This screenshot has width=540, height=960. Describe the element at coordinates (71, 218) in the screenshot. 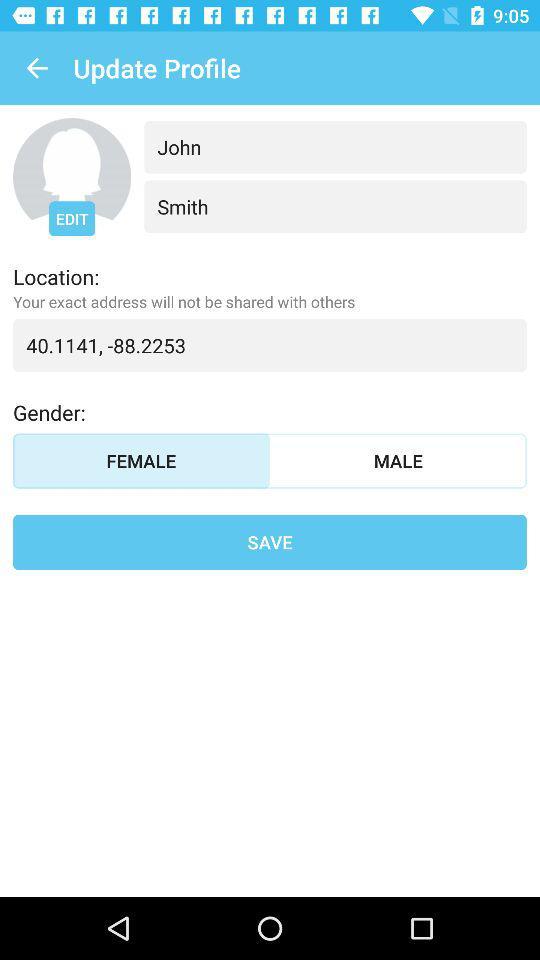

I see `the icon above location: icon` at that location.